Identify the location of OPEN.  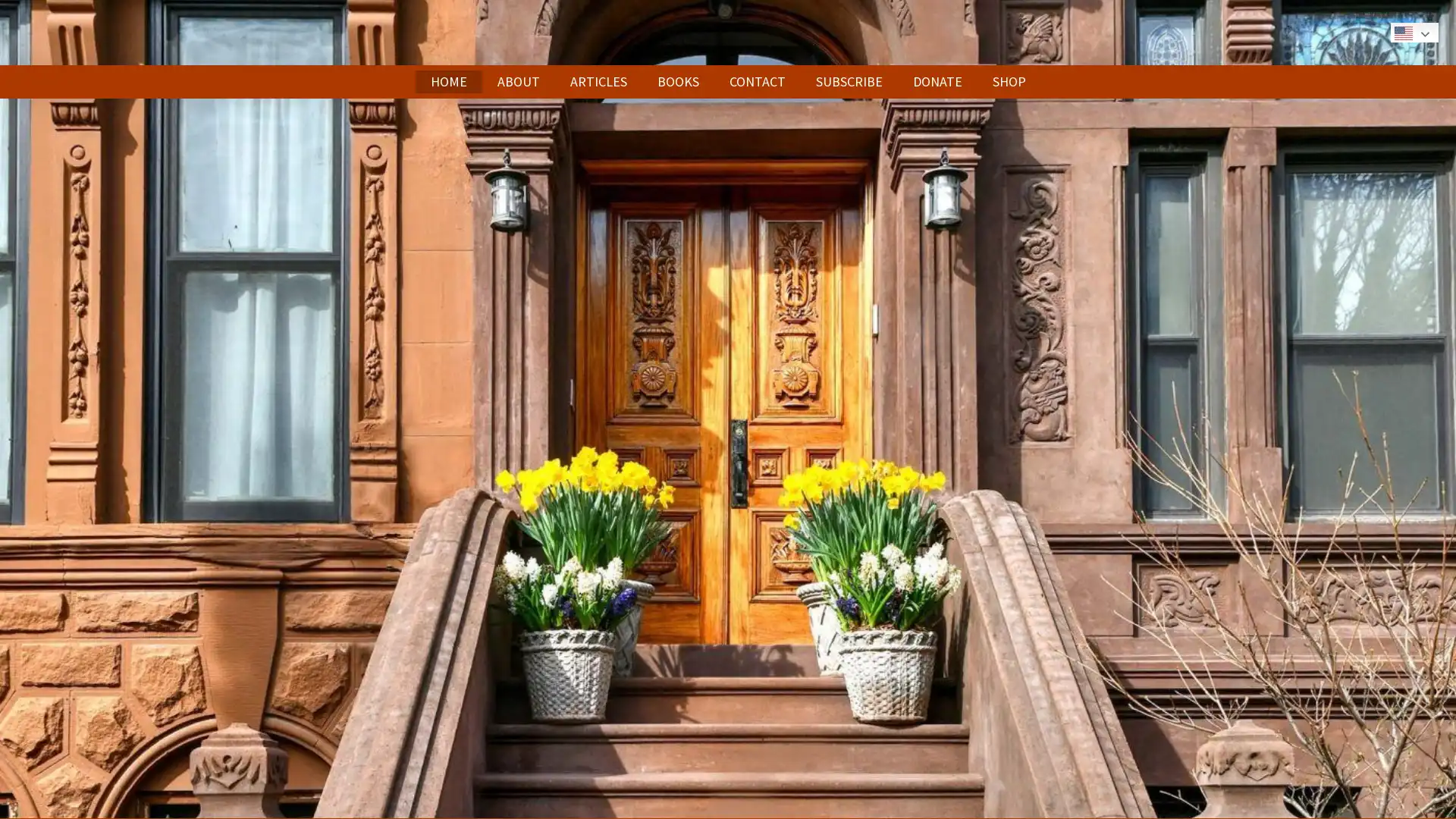
(726, 407).